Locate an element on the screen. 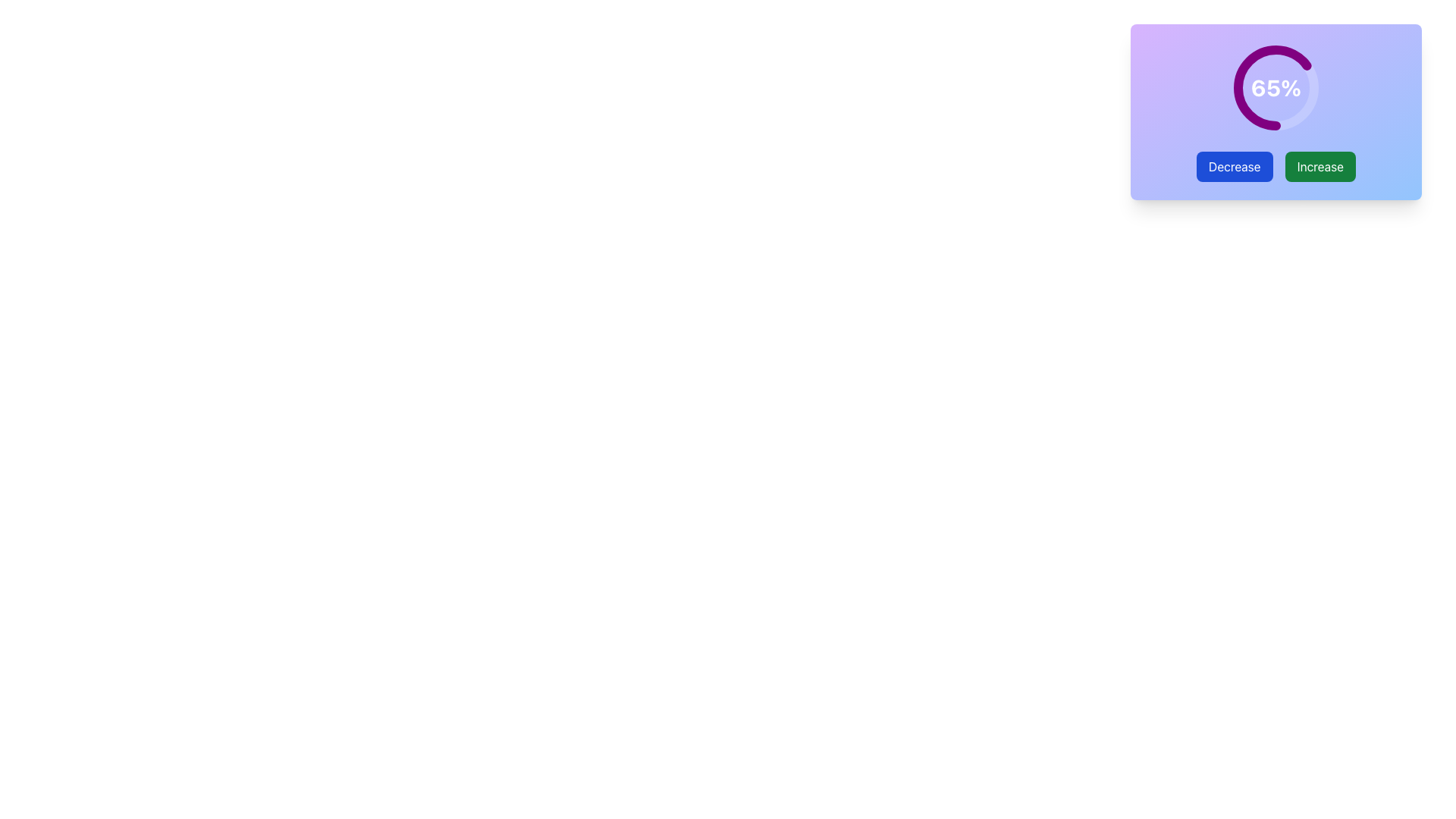 The image size is (1456, 819). the button located to the left of the green 'Increase' button, which decreases the value shown by the circular progress bar is located at coordinates (1235, 166).